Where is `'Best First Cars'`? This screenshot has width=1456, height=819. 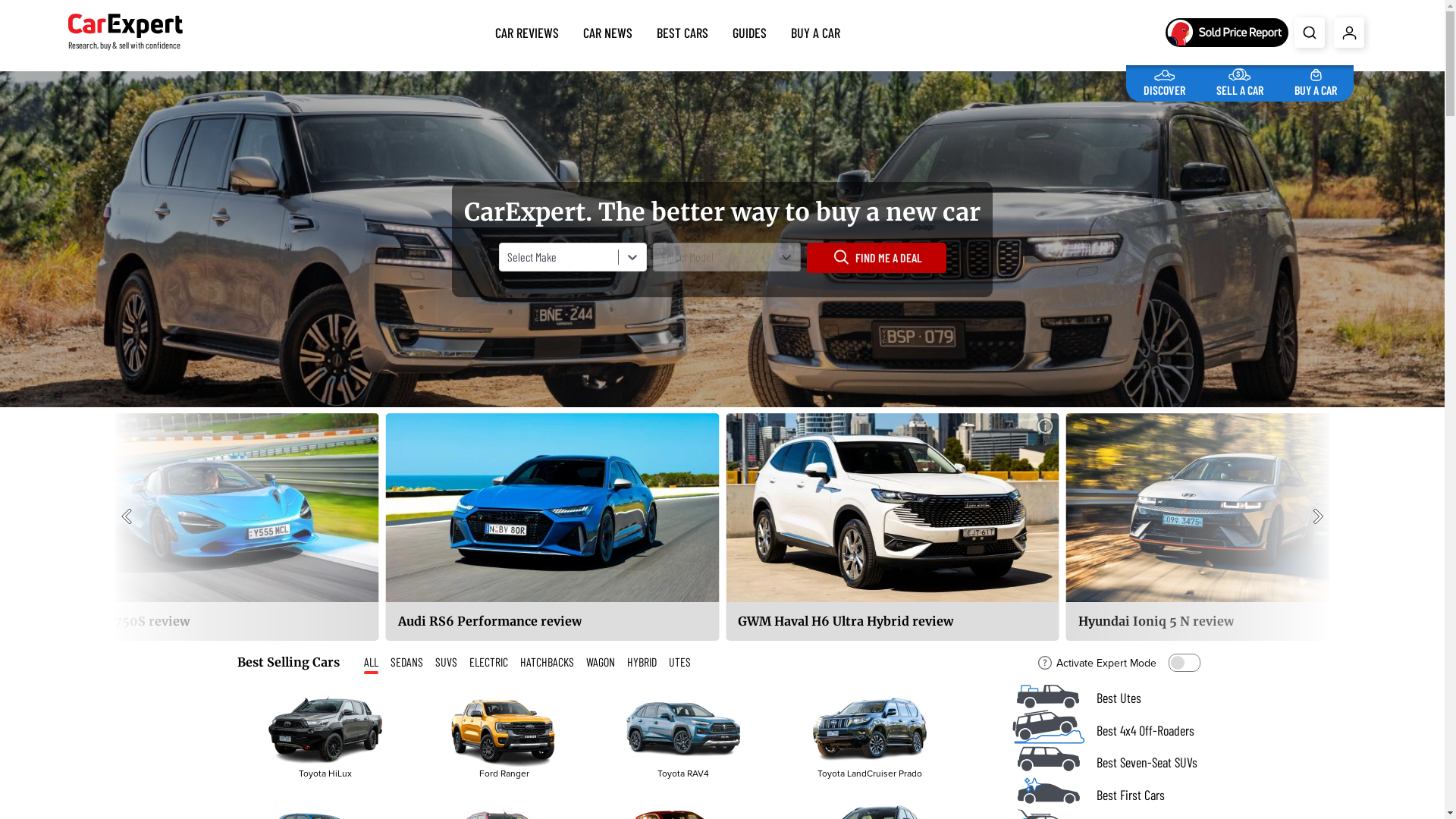
'Best First Cars' is located at coordinates (1109, 794).